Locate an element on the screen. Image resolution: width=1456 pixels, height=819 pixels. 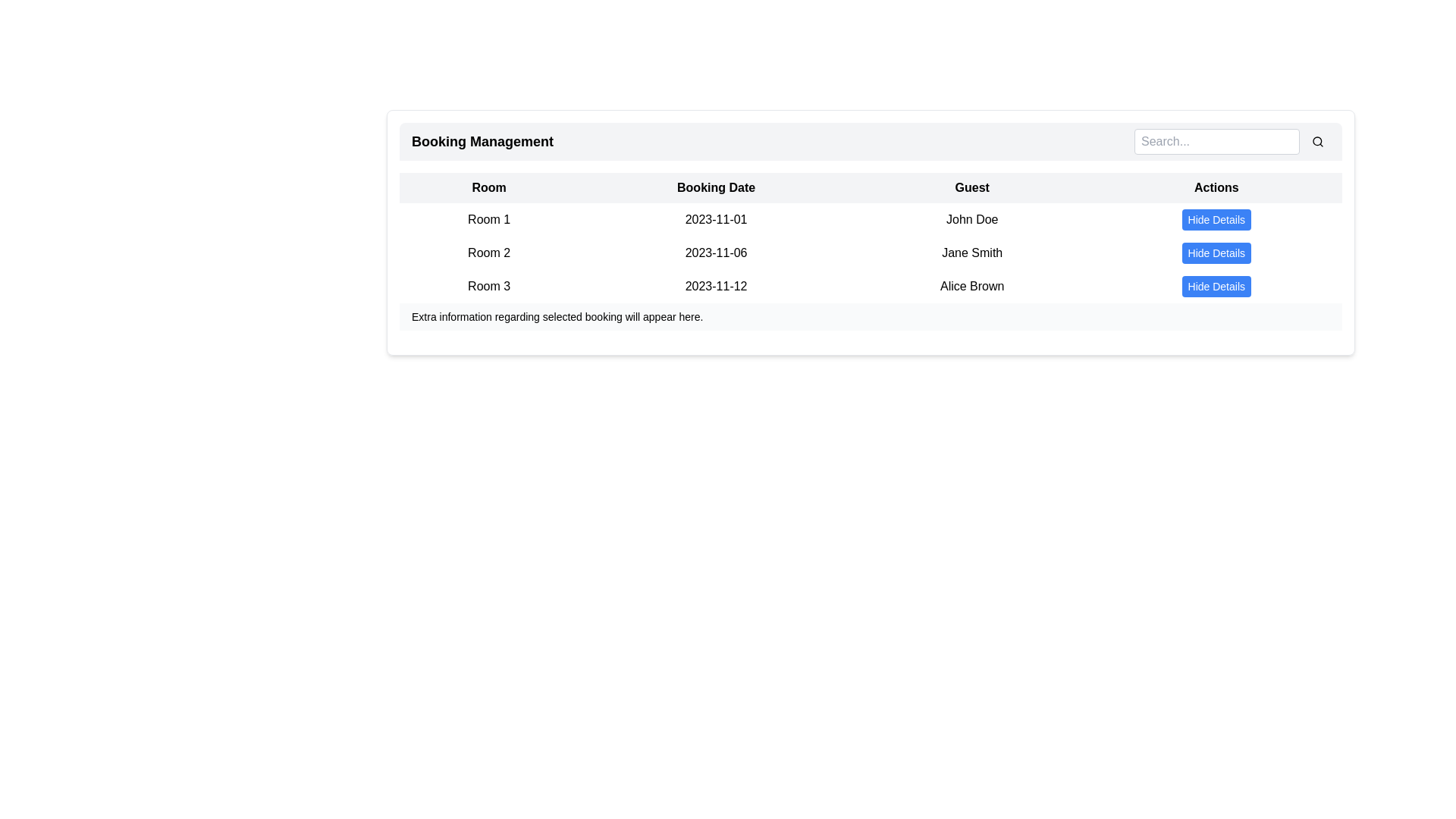
the button in the last column of the first row under the 'Actions' header is located at coordinates (1216, 219).